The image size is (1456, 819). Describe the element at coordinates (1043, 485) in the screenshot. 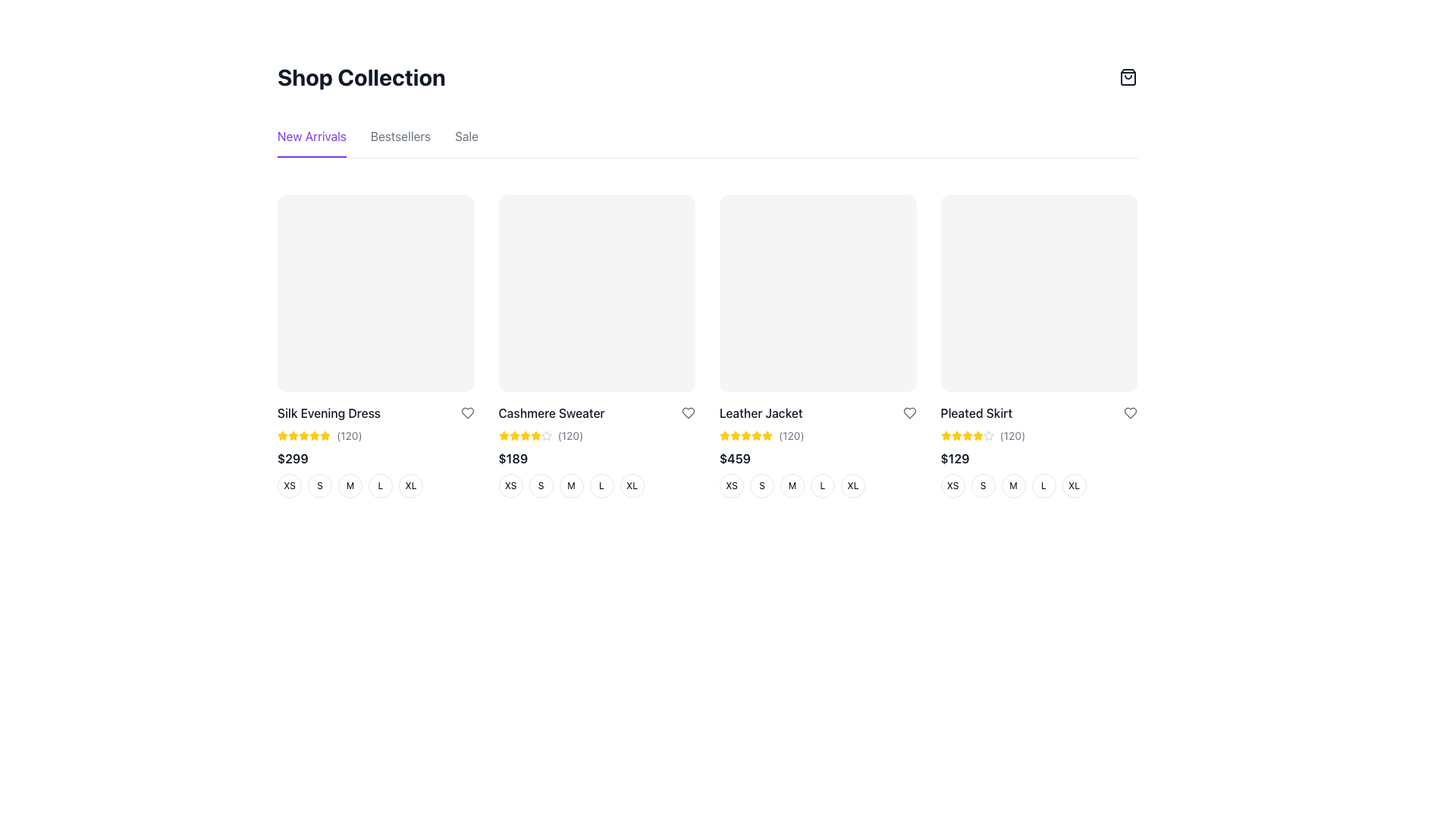

I see `the circular button labeled 'L', which is the fourth button in the size options row for the 'Pleated Skirt' item` at that location.